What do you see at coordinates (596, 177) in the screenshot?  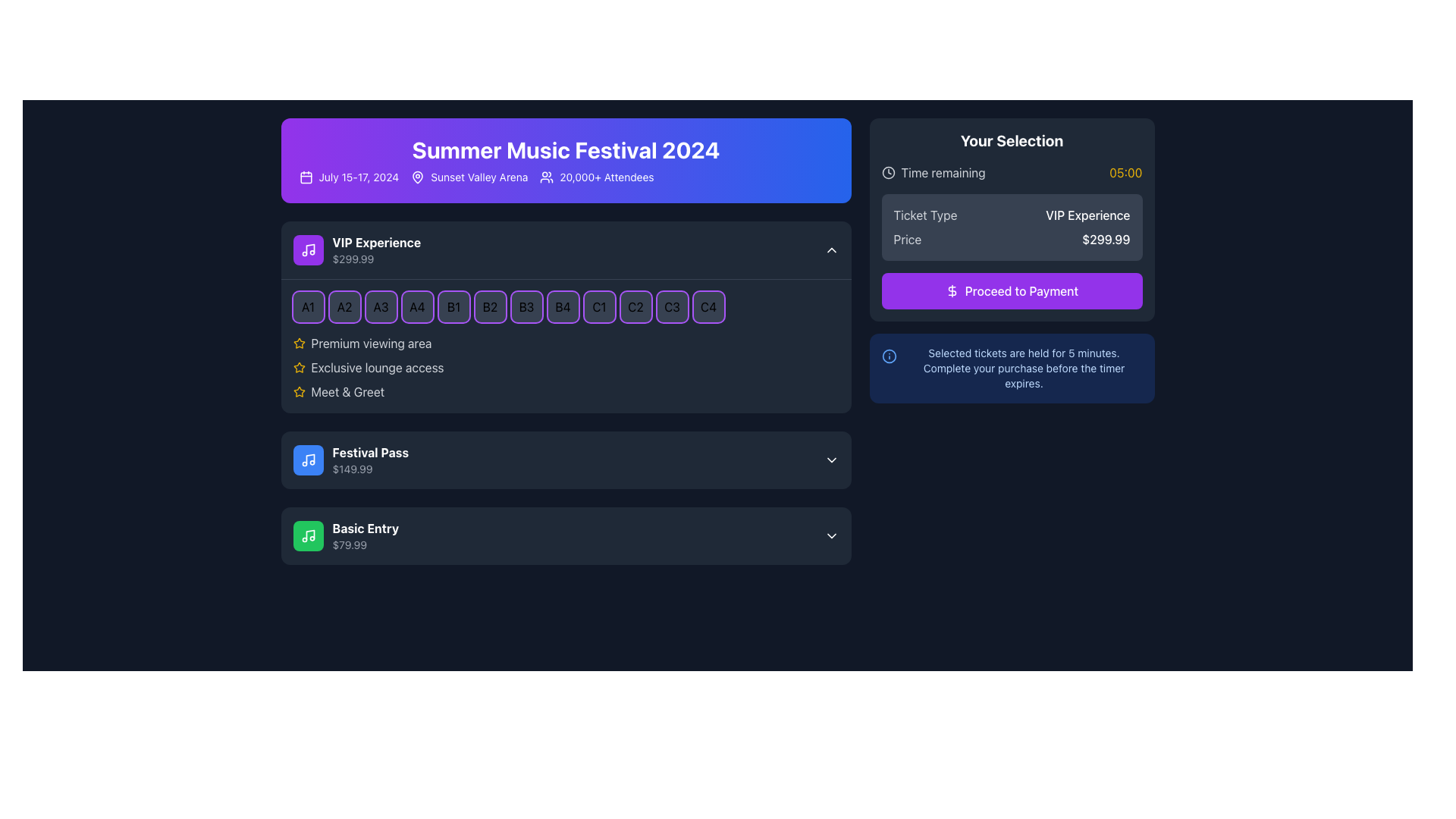 I see `the text label displaying '20,000+ Attendees' with a purple background and white typography, located next to a user icon at the top center of the viewport` at bounding box center [596, 177].